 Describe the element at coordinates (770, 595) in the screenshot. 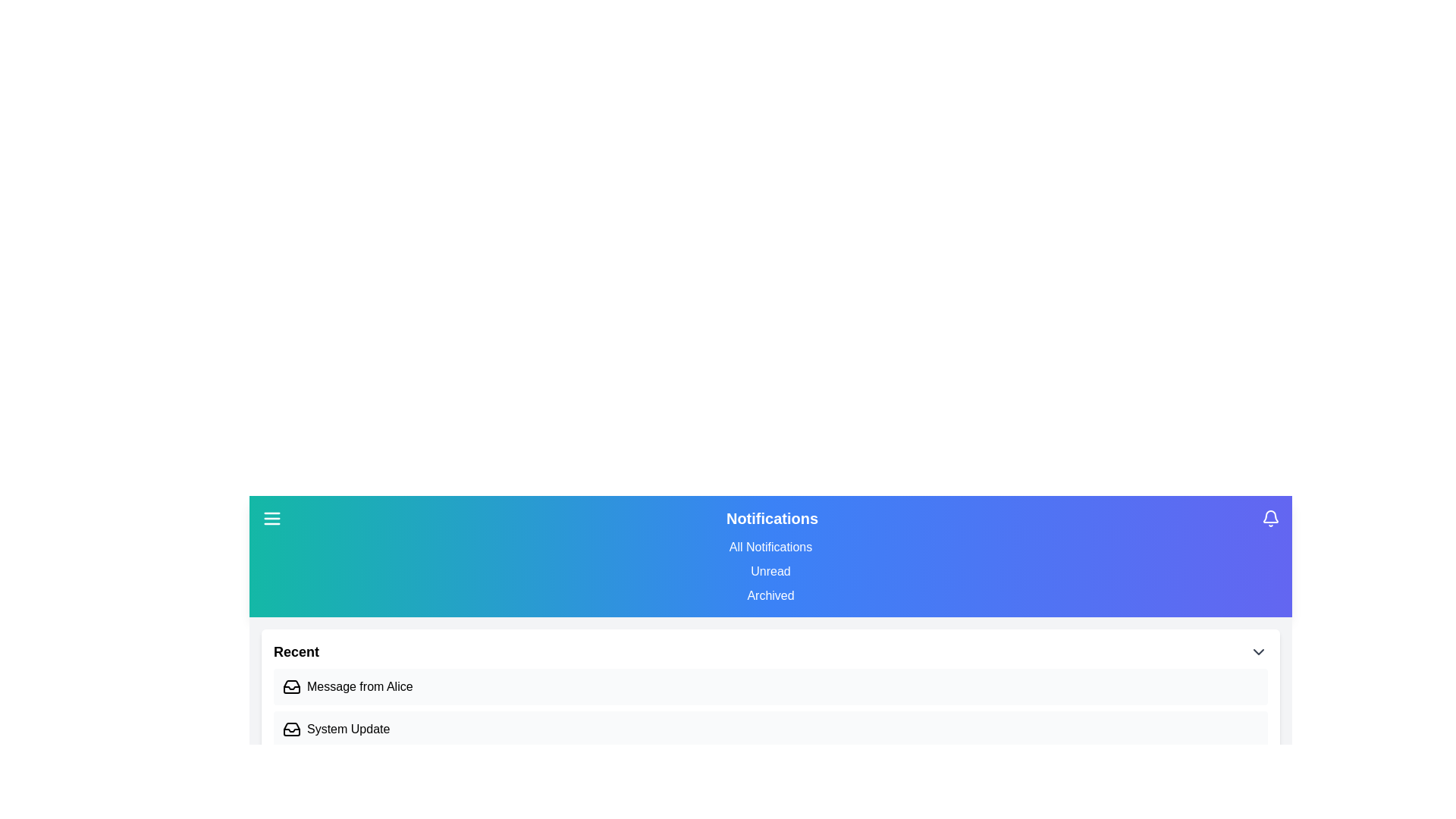

I see `the 'Archived' option to view archived notifications` at that location.